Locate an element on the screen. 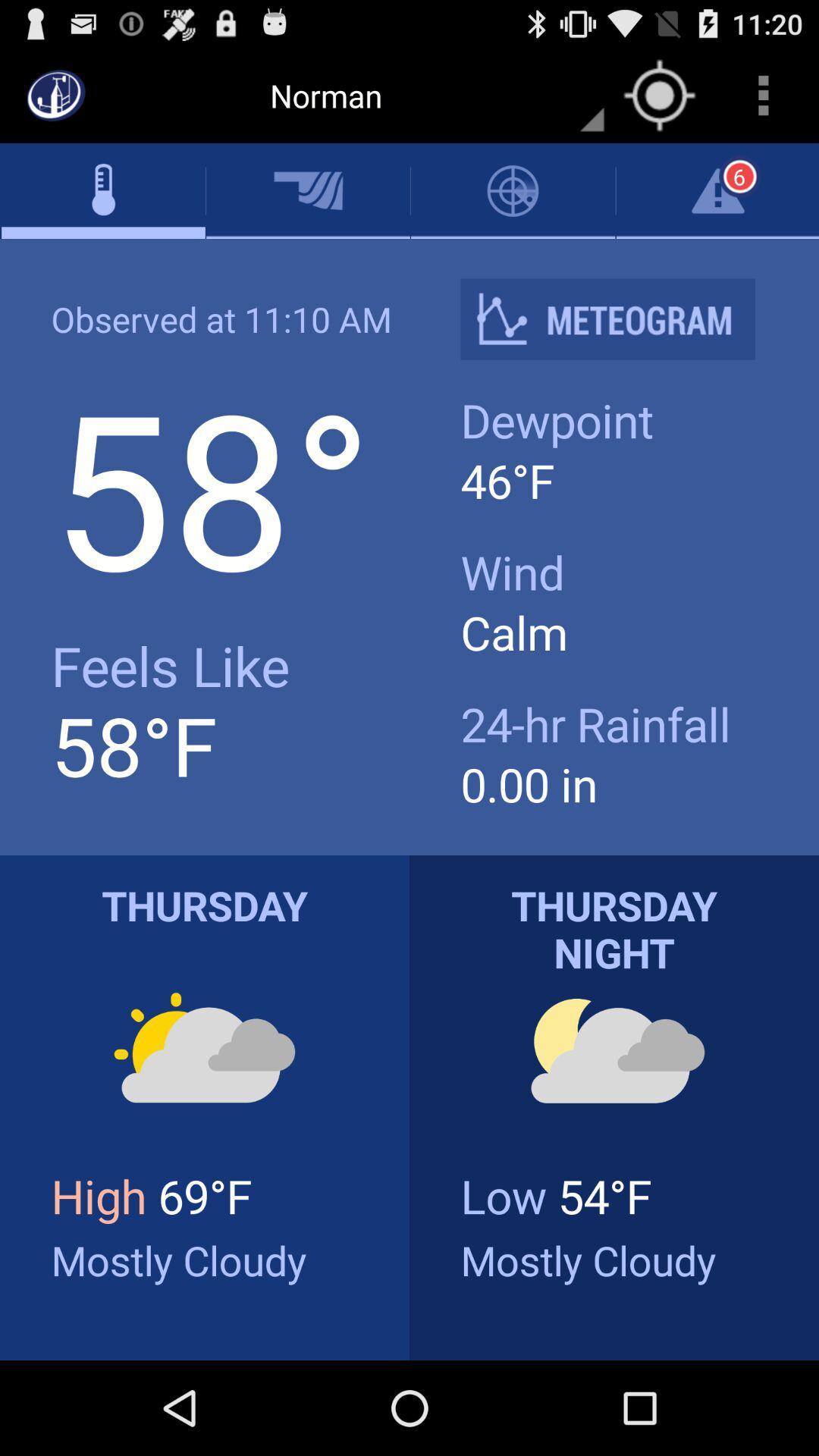  switch location option is located at coordinates (659, 94).